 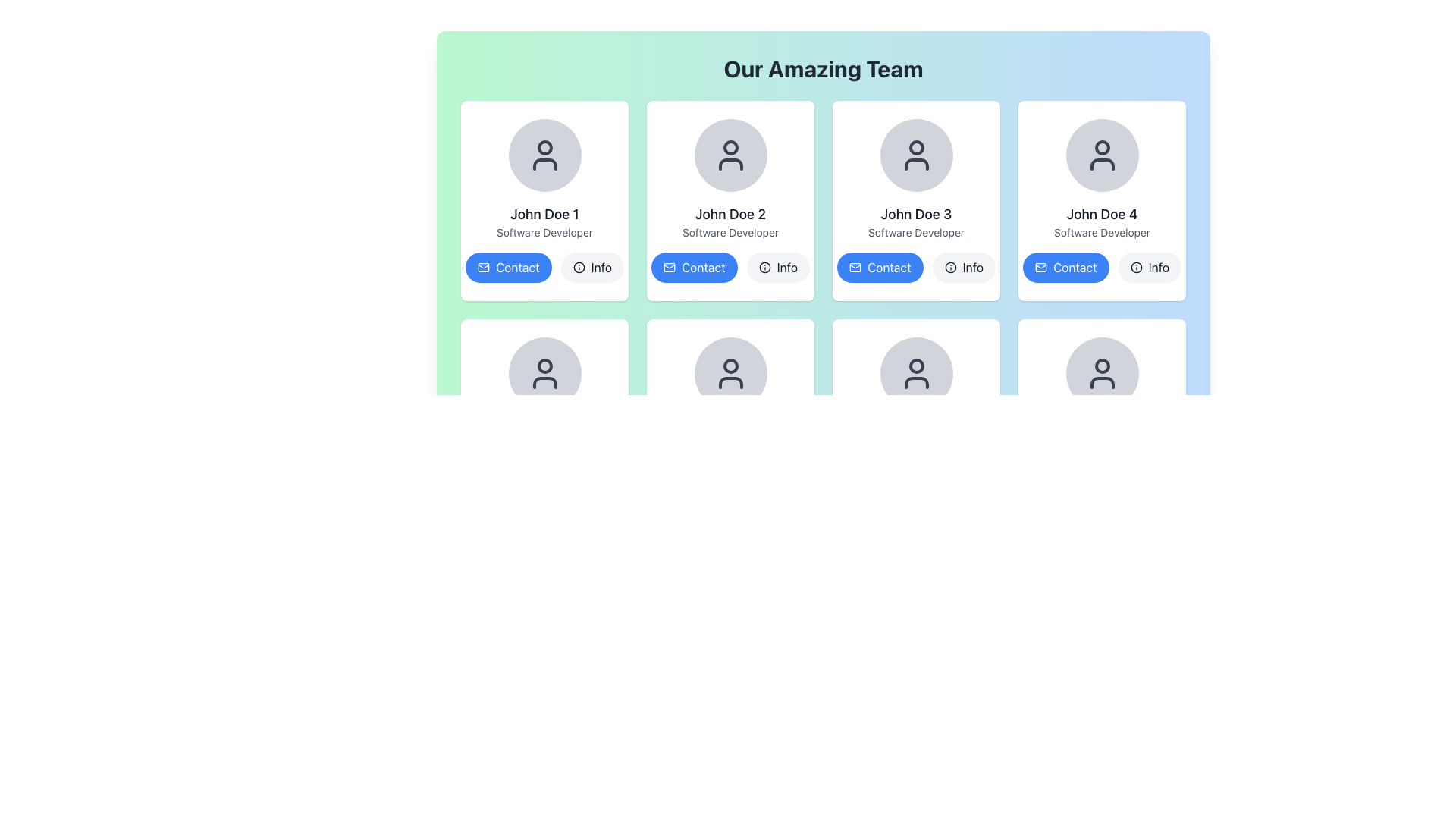 What do you see at coordinates (1074, 267) in the screenshot?
I see `the blue 'Contact' button with white text located in the card for 'John Doe 4' in the rightmost column of the second row` at bounding box center [1074, 267].